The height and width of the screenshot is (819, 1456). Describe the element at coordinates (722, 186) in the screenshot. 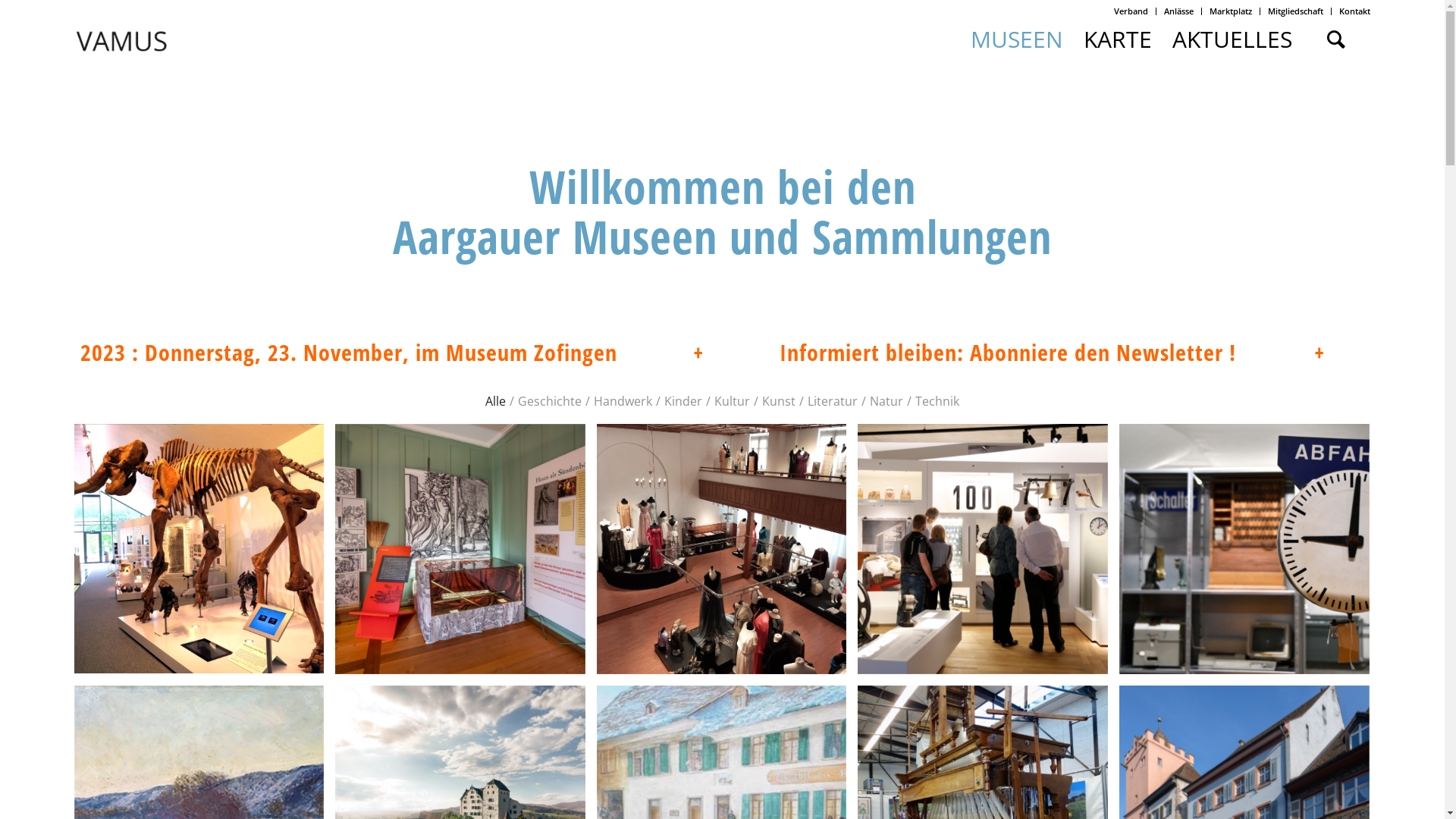

I see `'Willkommen bei den'` at that location.